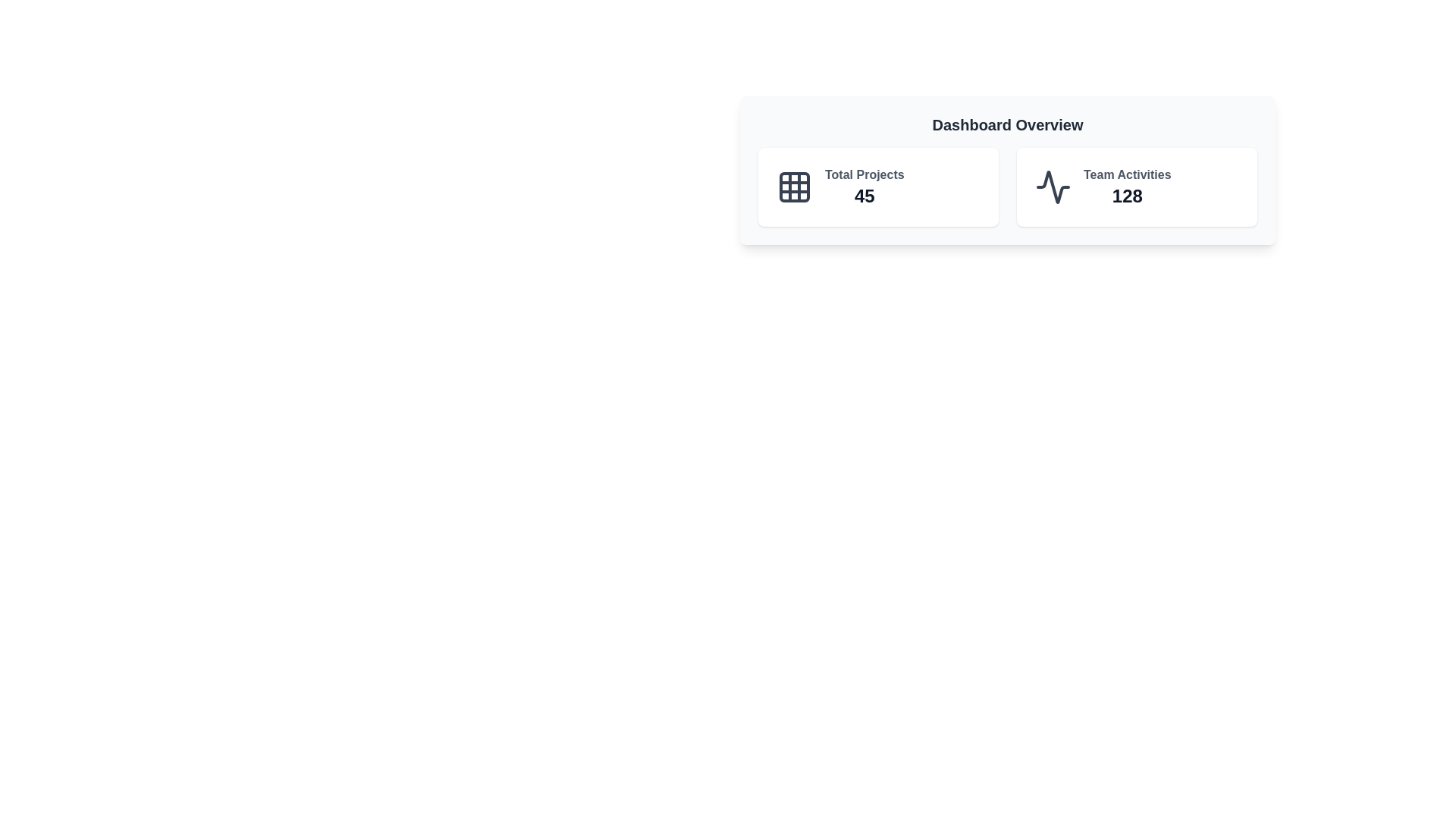 This screenshot has width=1456, height=819. Describe the element at coordinates (864, 195) in the screenshot. I see `the bold numerical value '45' displayed under the label 'Total Projects' in the Dashboard Overview card on the left side of the two-card group` at that location.